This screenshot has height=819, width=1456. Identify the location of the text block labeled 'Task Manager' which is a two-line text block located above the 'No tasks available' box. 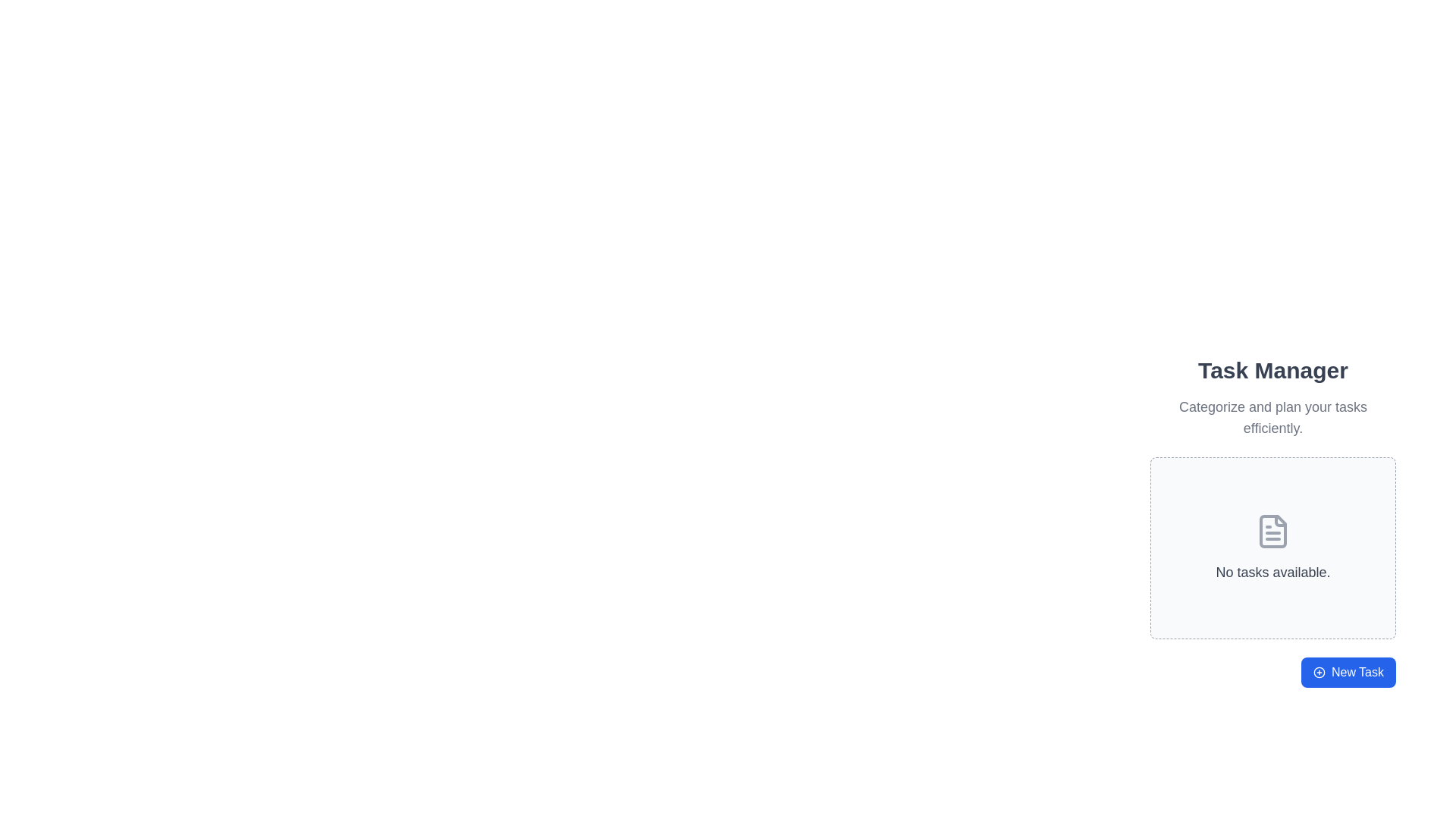
(1273, 397).